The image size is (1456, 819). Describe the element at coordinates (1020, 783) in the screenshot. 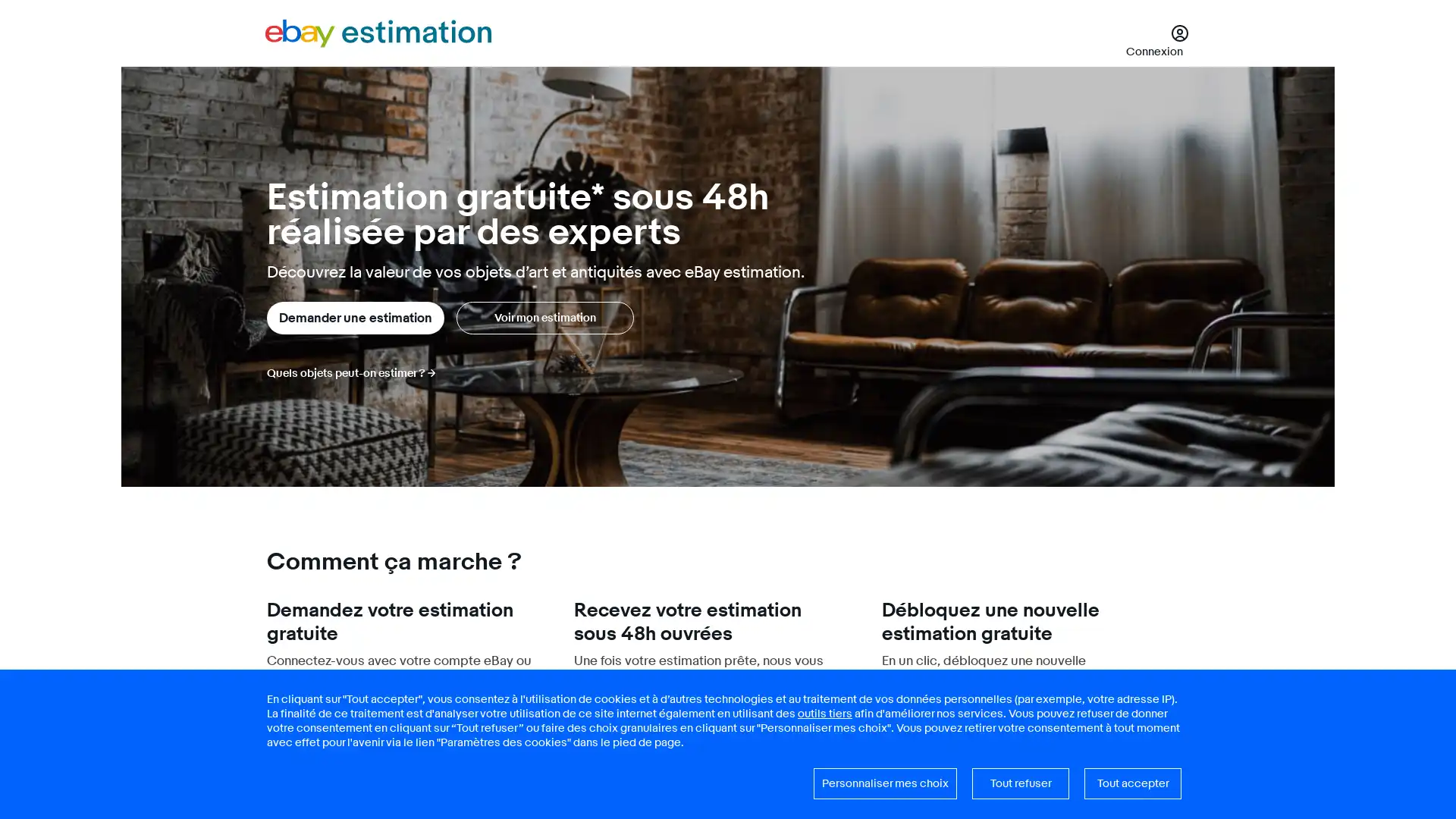

I see `Tout refuser` at that location.